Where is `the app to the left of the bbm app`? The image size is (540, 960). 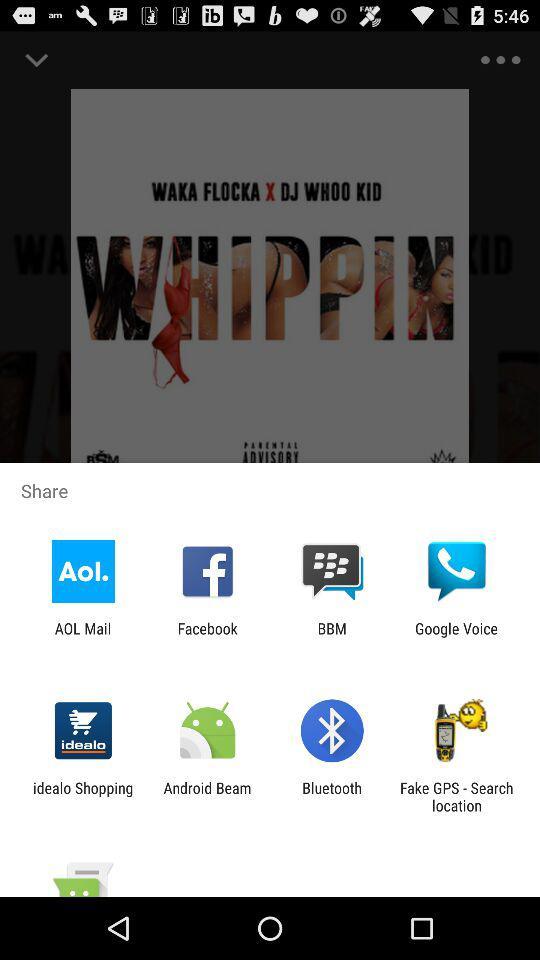
the app to the left of the bbm app is located at coordinates (206, 636).